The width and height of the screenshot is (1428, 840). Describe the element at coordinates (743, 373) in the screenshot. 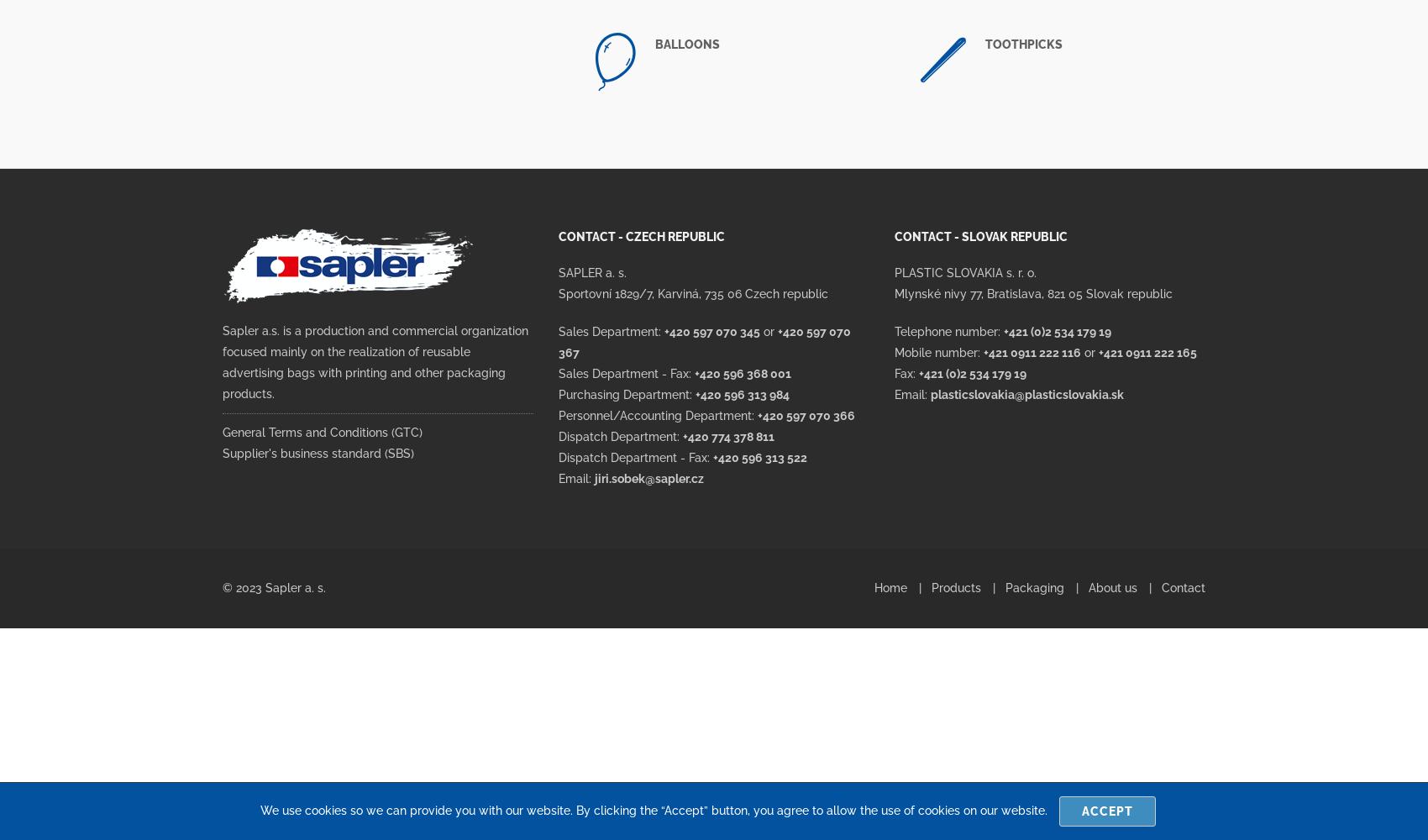

I see `'+420 596 368 001'` at that location.